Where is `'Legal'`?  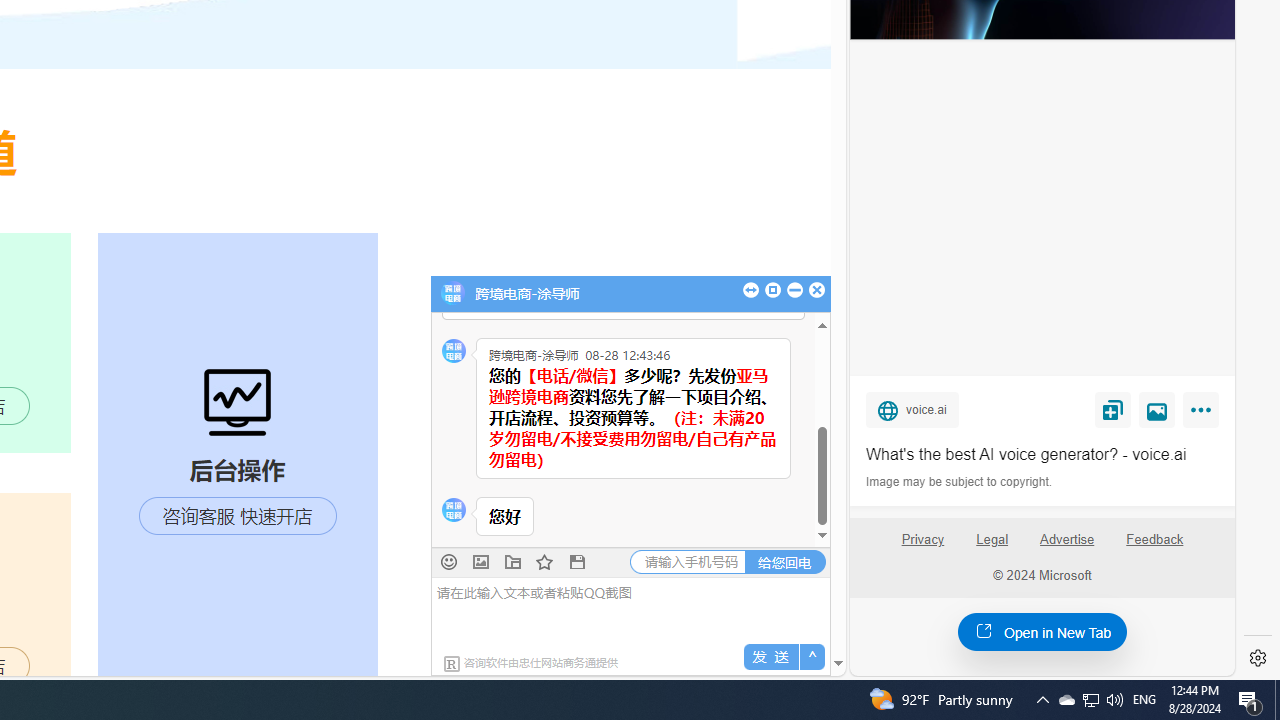 'Legal' is located at coordinates (992, 547).